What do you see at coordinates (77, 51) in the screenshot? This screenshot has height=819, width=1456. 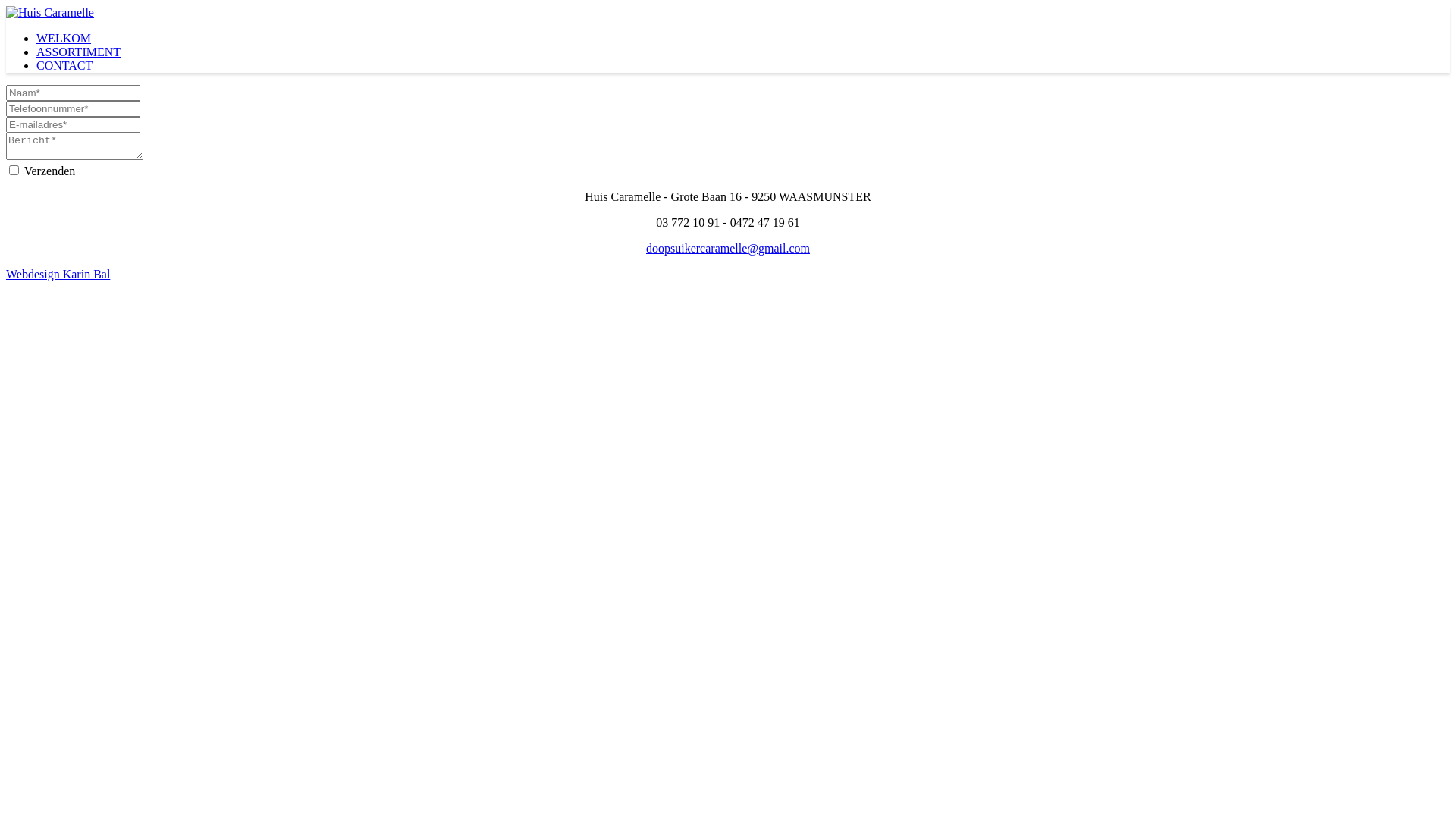 I see `'ASSORTIMENT'` at bounding box center [77, 51].